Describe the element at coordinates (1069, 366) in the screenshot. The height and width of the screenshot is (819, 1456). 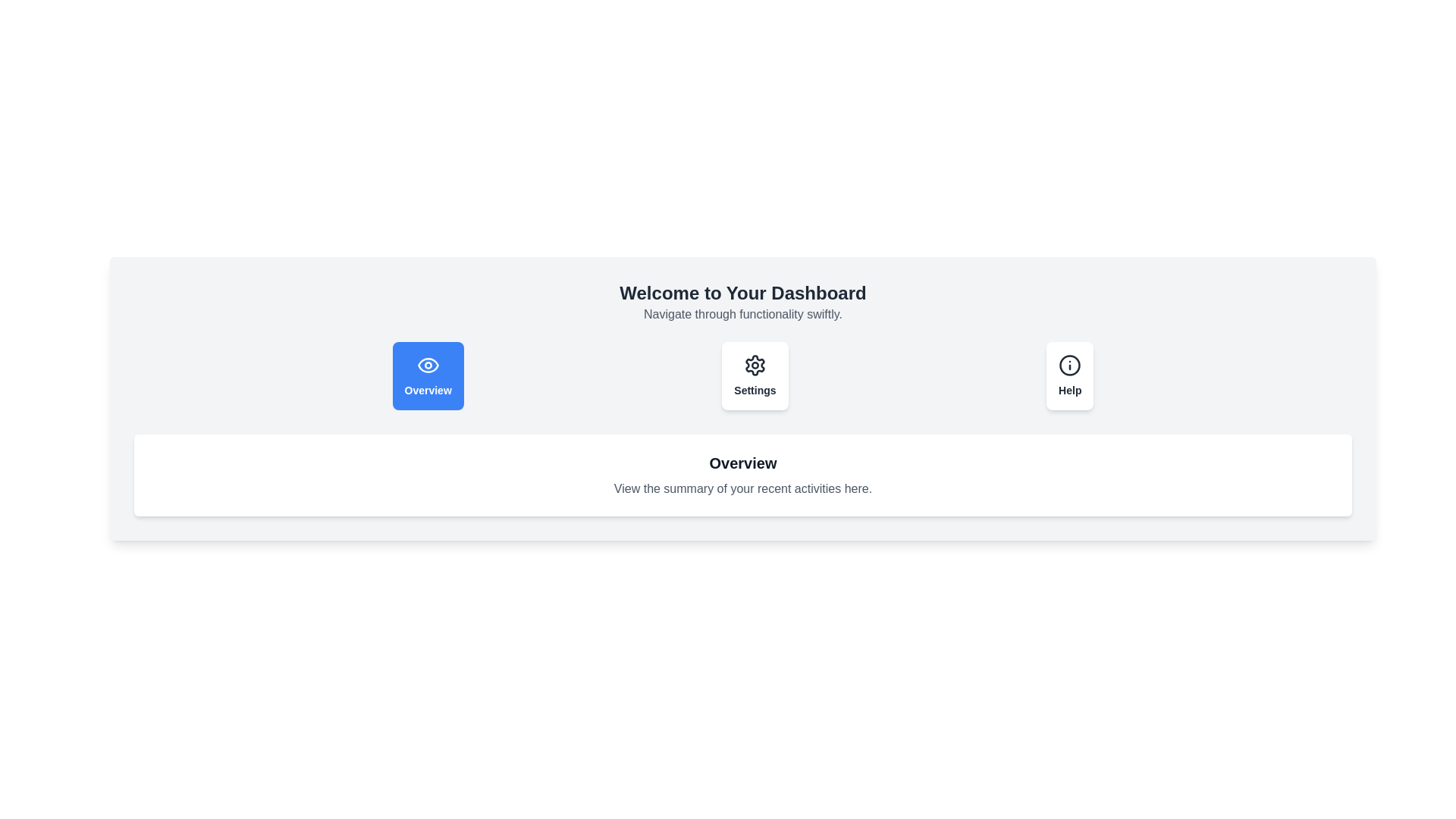
I see `the information/help icon located centrally within the 'Help' widget on the right side of the horizontal row of features` at that location.